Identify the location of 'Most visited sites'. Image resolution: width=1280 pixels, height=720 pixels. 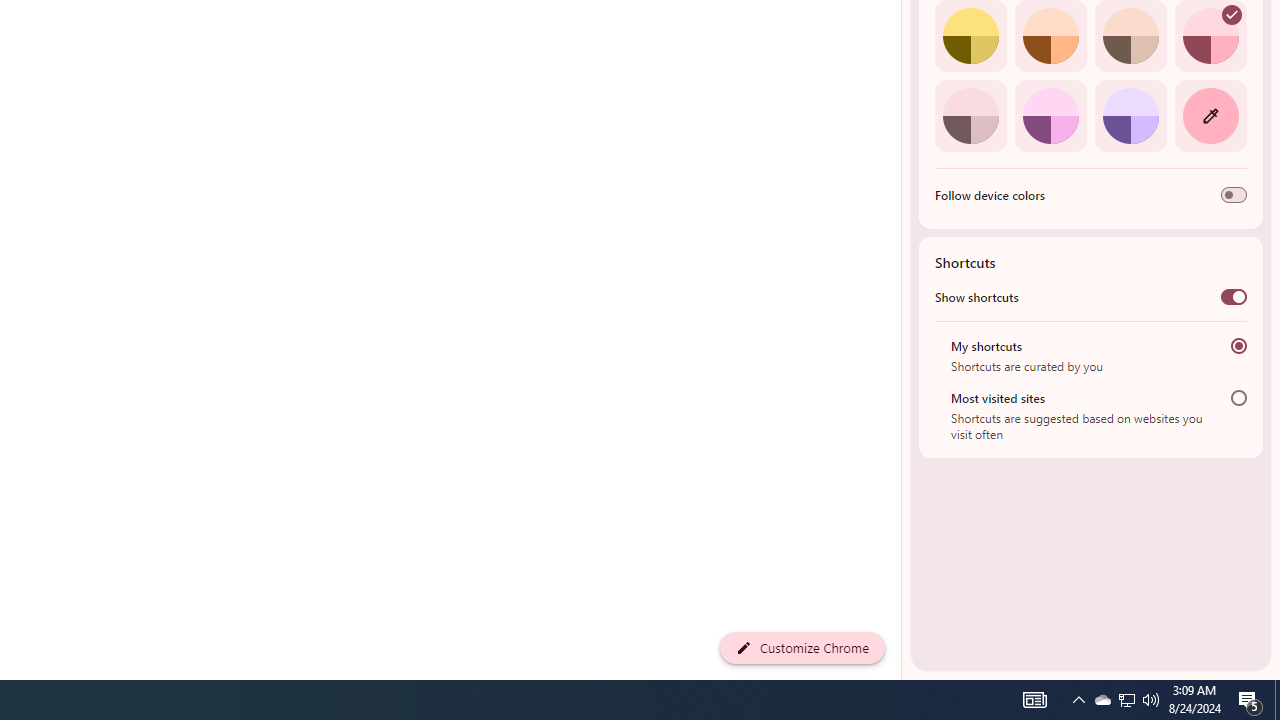
(1238, 398).